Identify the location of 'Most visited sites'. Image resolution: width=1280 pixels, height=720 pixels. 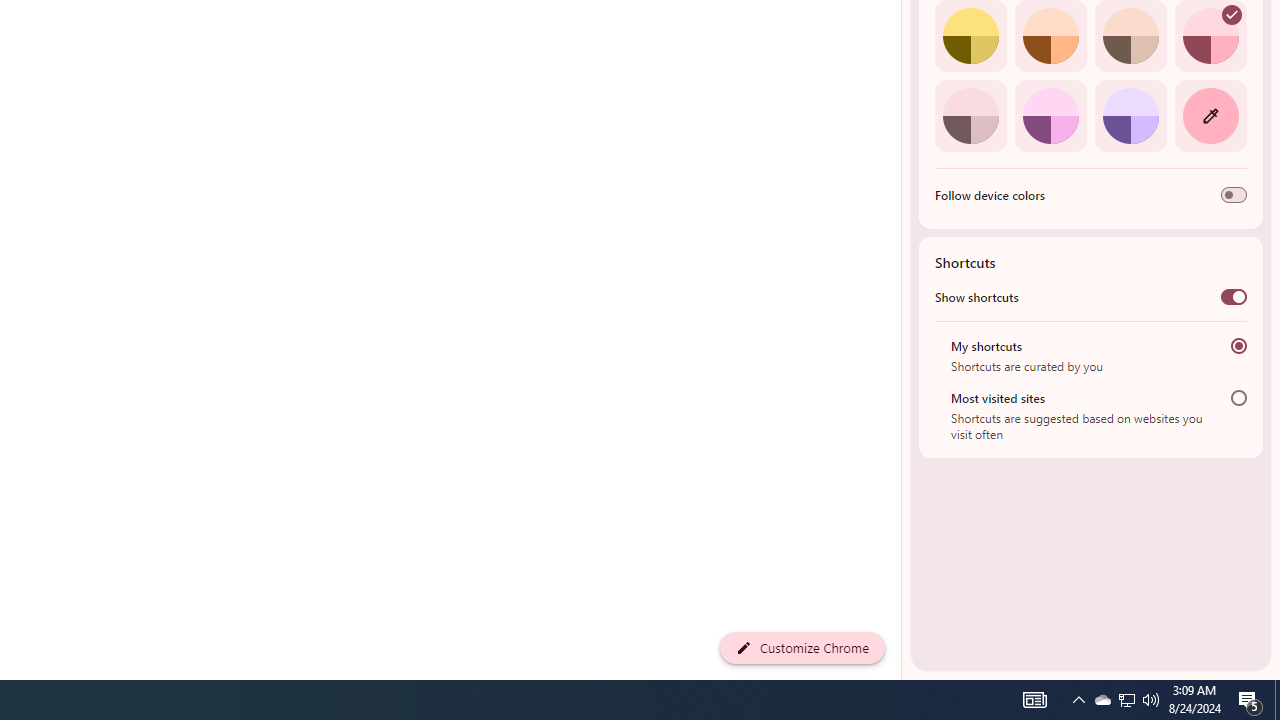
(1238, 398).